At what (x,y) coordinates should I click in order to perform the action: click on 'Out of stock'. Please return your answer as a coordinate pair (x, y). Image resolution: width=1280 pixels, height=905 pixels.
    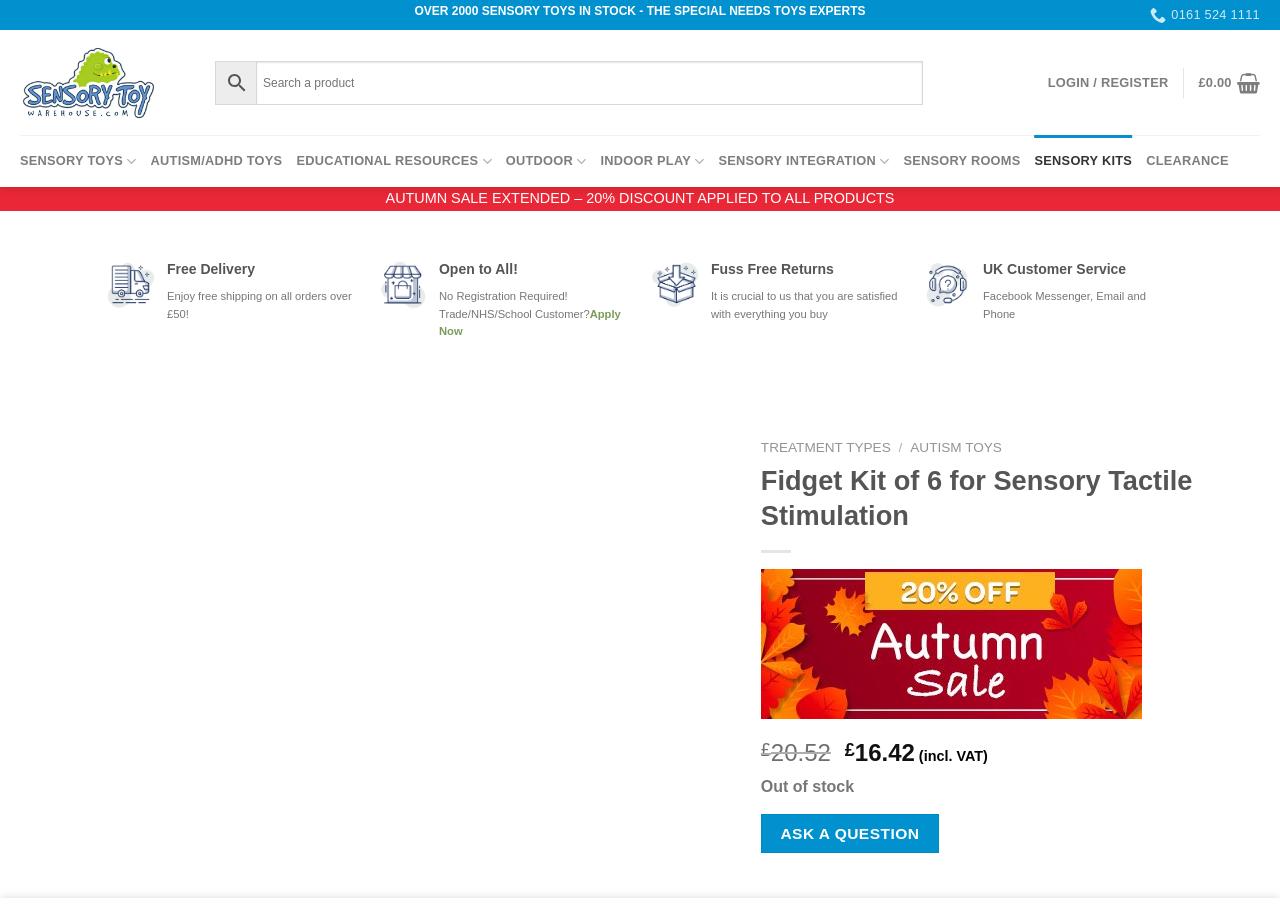
    Looking at the image, I should click on (759, 785).